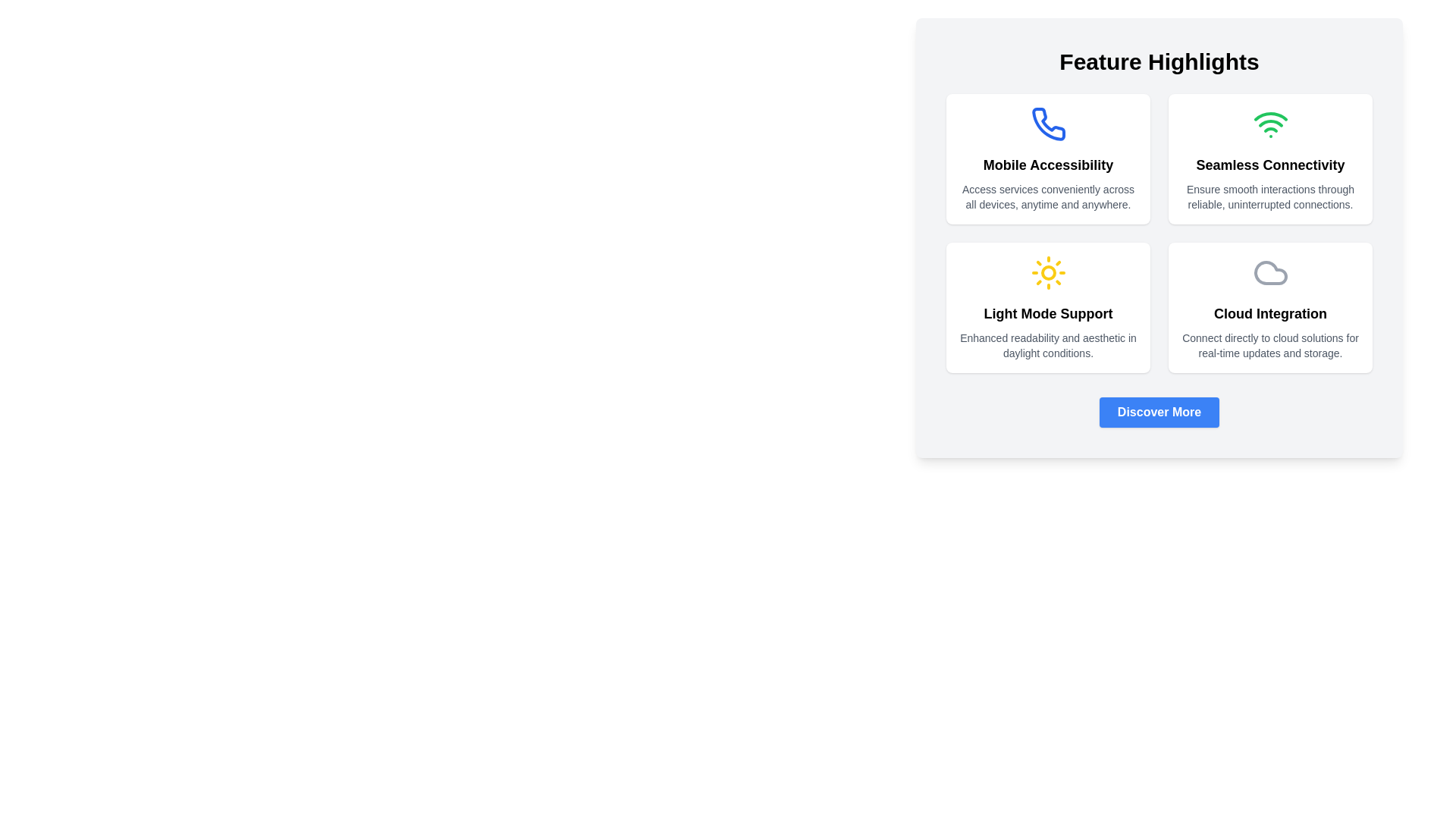  I want to click on the Feature card that communicates the reliable and uninterrupted connectivity feature, located in the top row of the grid layout, to observe possible visual feedback, so click(1270, 158).